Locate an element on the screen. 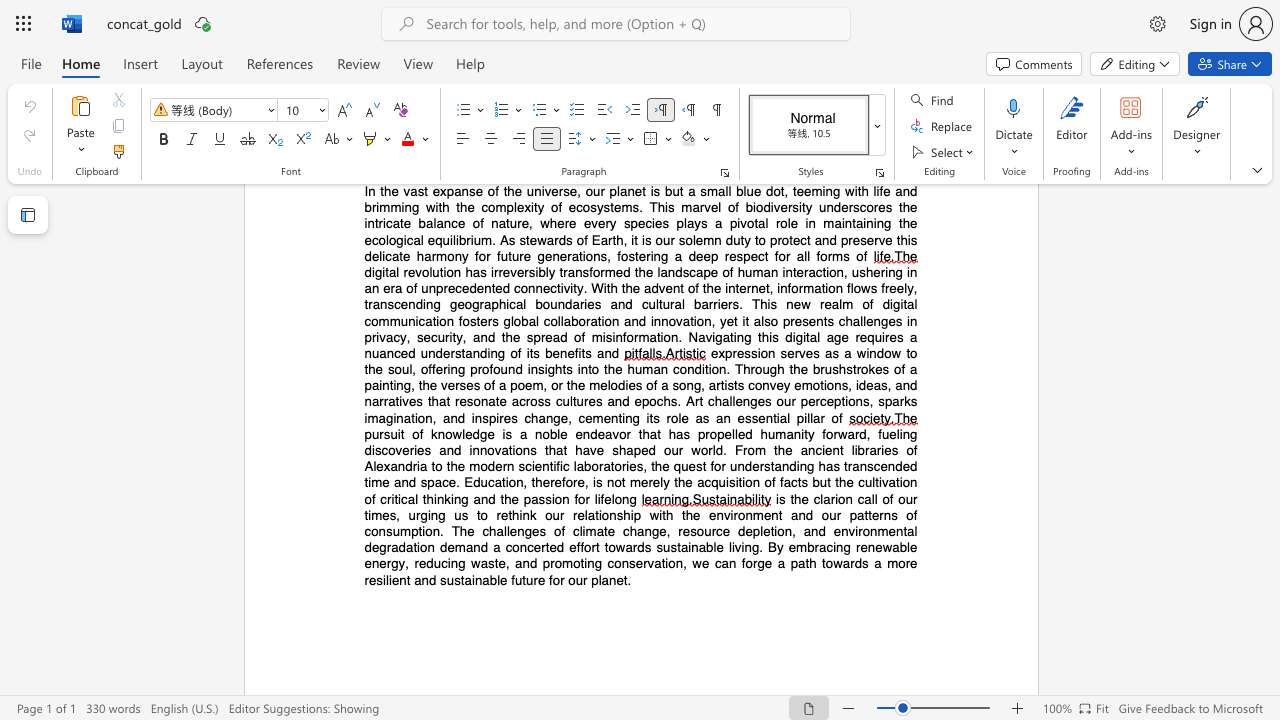 This screenshot has height=720, width=1280. the subset text "cy, security, and the spread of misinformation. Navigating this digital age re" within the text "digital revolution has irreversibly transformed the landscape of human interaction, ushering in an era of unprecedented connectivity. With the advent of the internet, information flows freely, transcending geographical boundaries and cultural barriers. This new realm of digital communication fosters global collaboration and innovation, yet it also presents challenges in privacy, security, and the spread of misinformation. Navigating this digital age requires a nuanced understanding of its benefits and" is located at coordinates (393, 336).